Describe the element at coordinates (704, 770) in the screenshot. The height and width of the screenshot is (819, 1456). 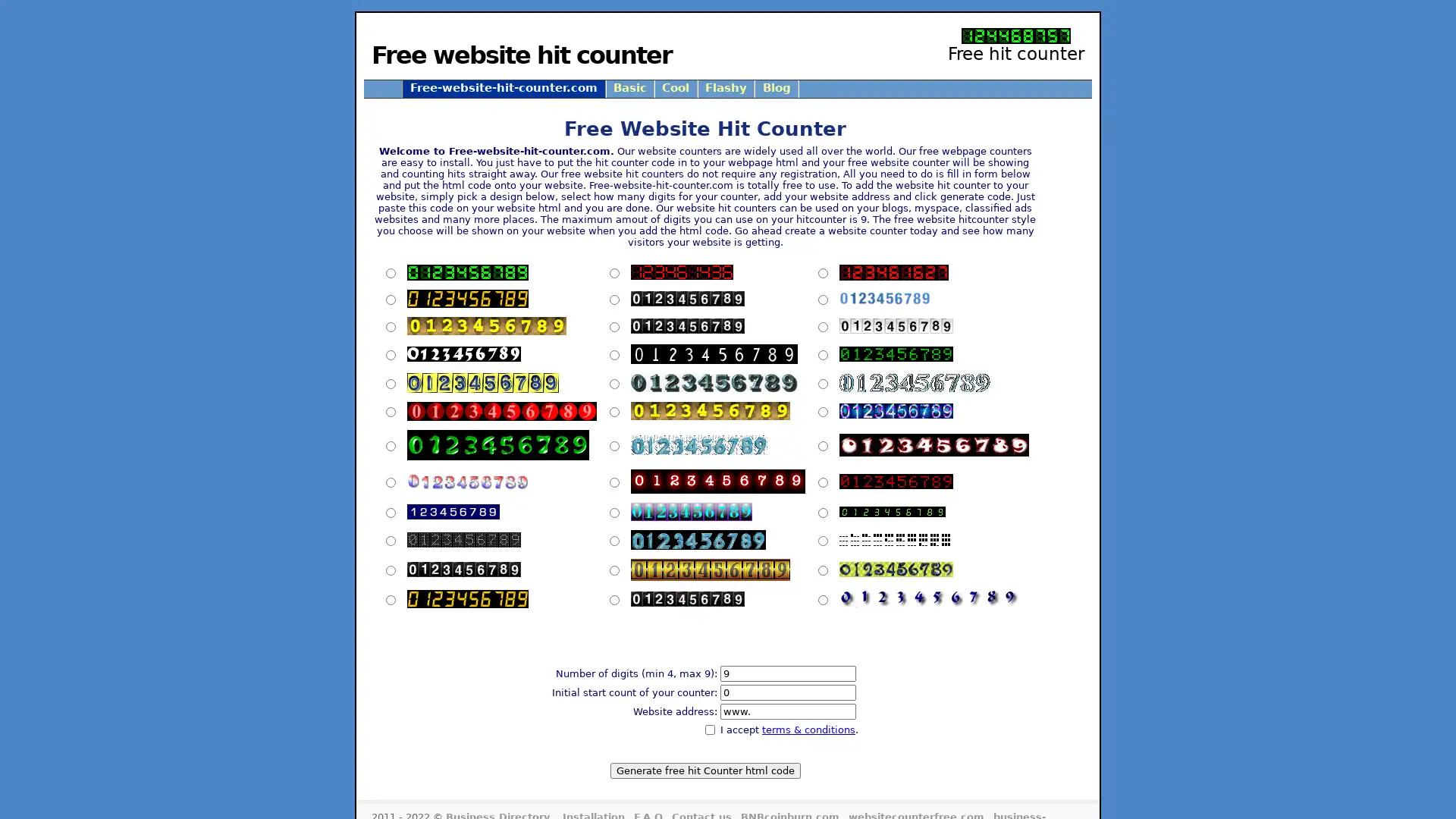
I see `Generate free hit Counter html code` at that location.